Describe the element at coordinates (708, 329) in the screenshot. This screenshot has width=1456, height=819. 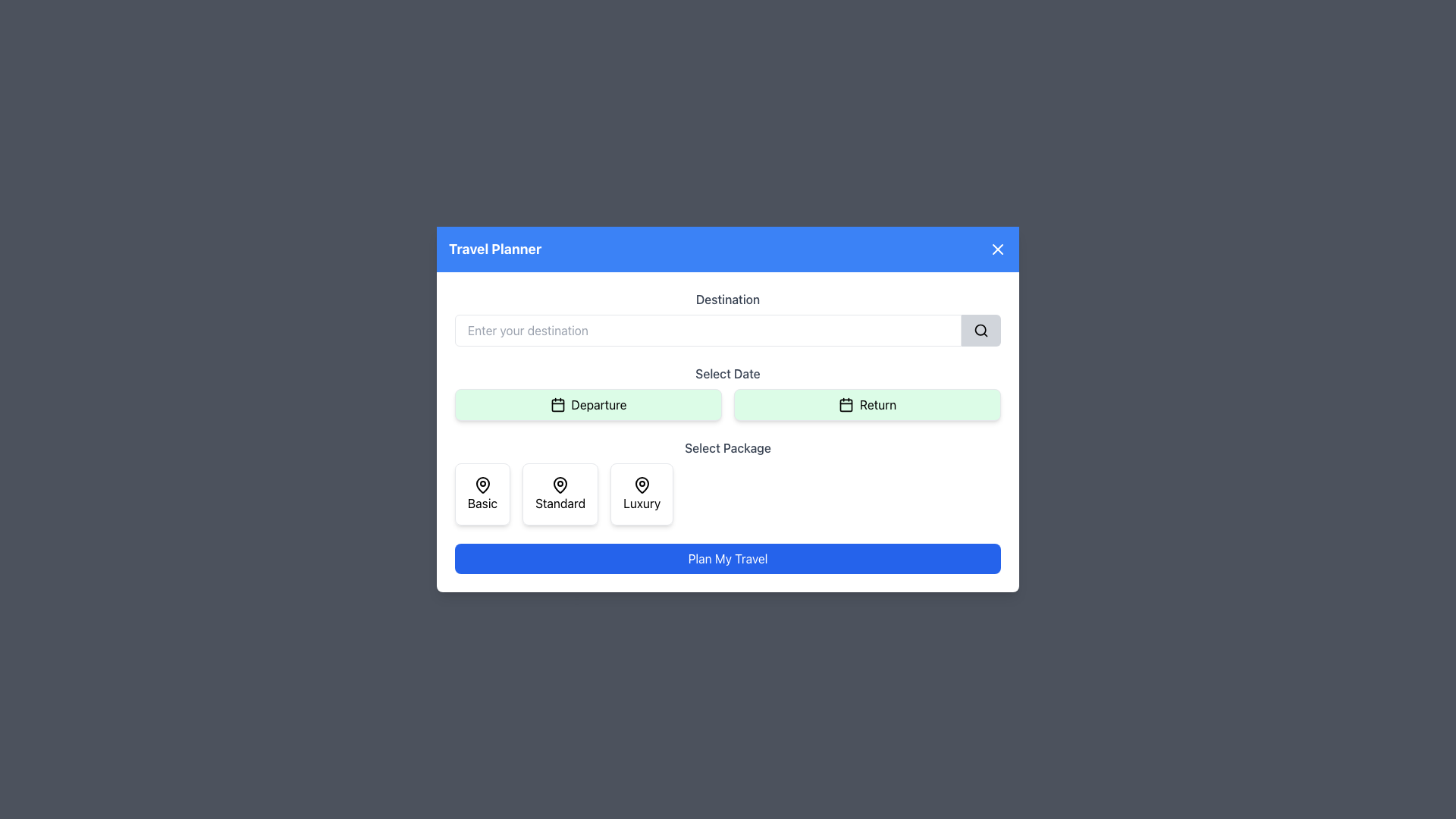
I see `the Text Input Field in the 'Select Destination' section to input the desired destination text` at that location.